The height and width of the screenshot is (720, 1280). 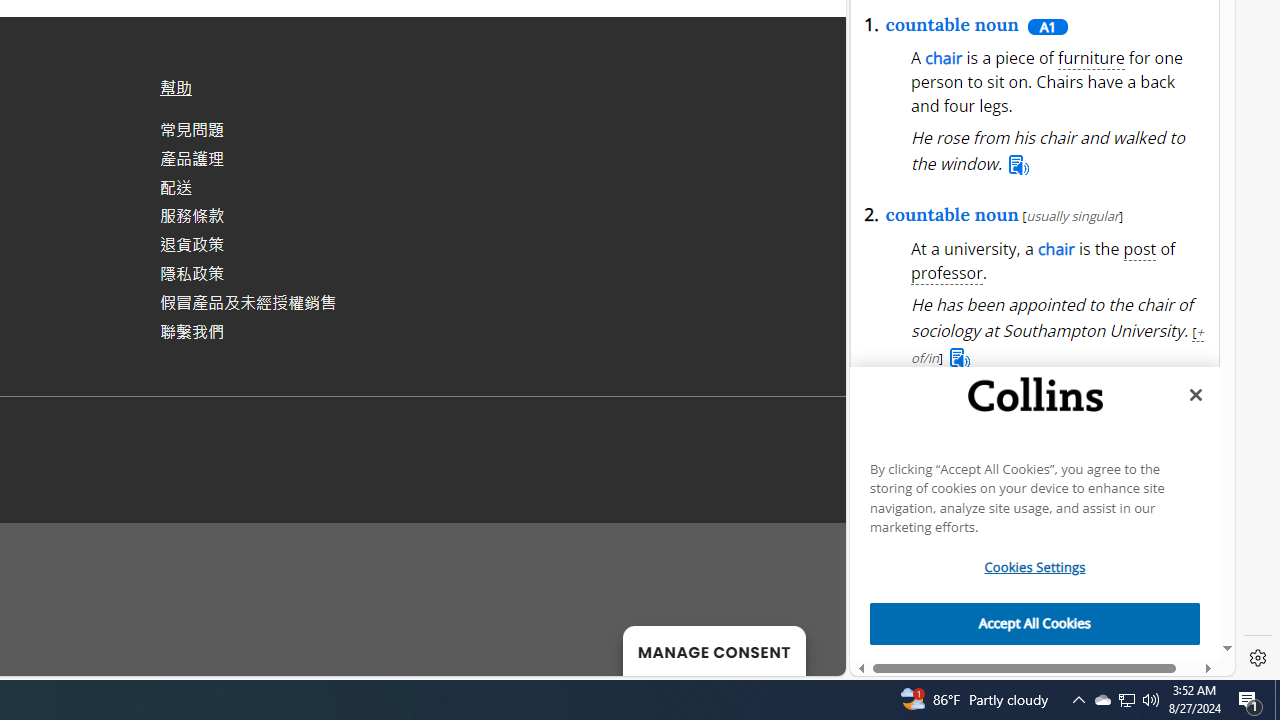 What do you see at coordinates (1139, 249) in the screenshot?
I see `'post'` at bounding box center [1139, 249].